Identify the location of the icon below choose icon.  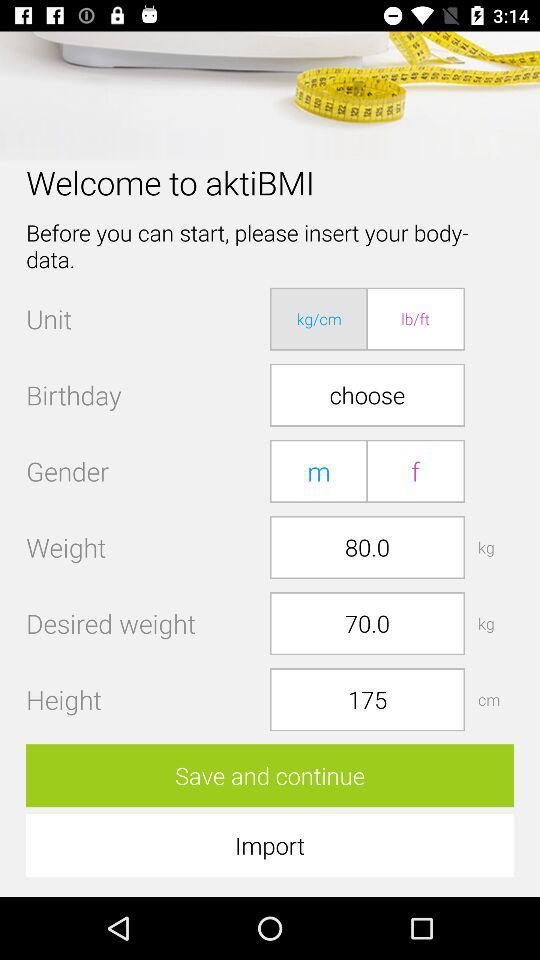
(414, 471).